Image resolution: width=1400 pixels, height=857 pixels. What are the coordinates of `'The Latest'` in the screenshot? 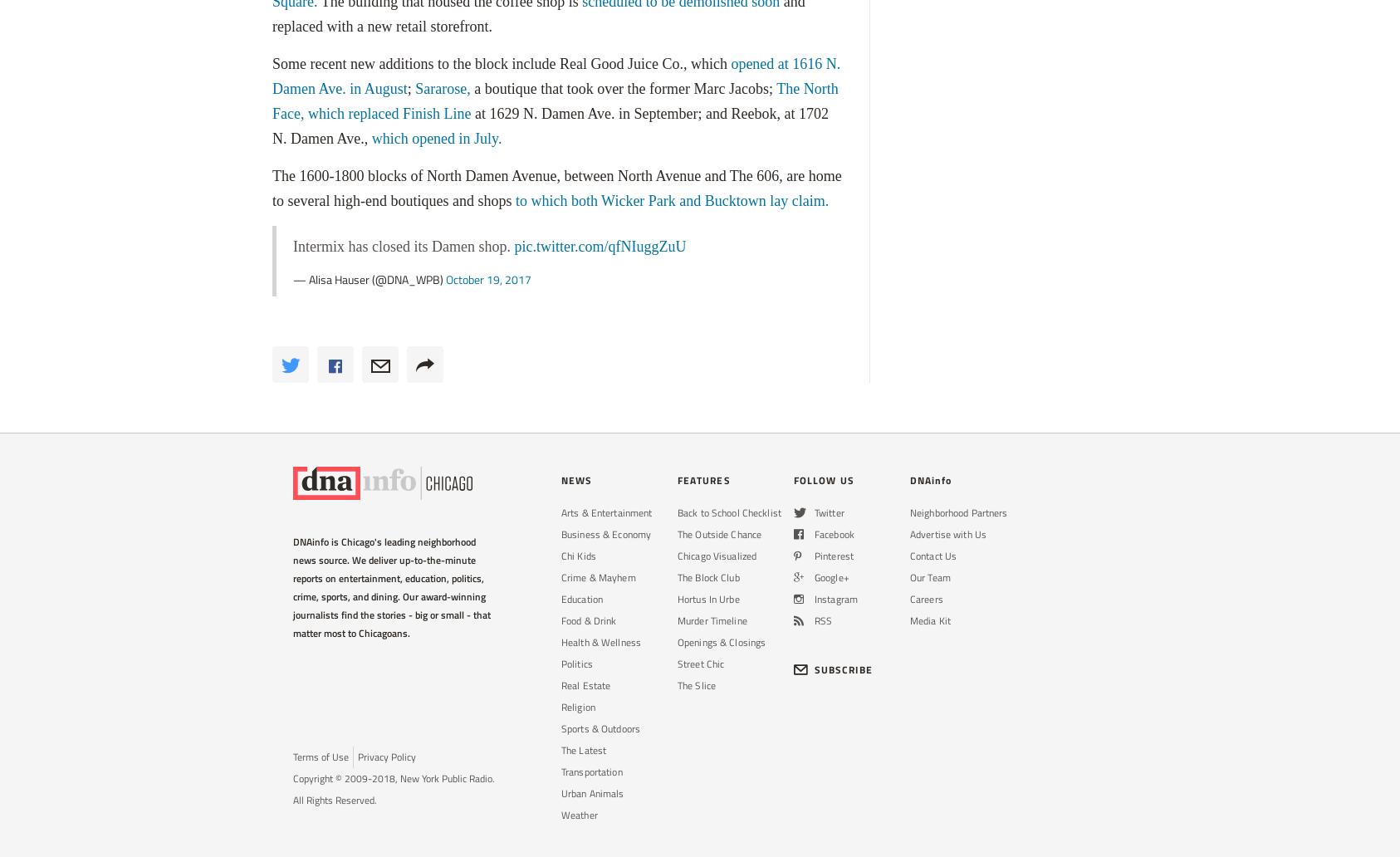 It's located at (560, 750).